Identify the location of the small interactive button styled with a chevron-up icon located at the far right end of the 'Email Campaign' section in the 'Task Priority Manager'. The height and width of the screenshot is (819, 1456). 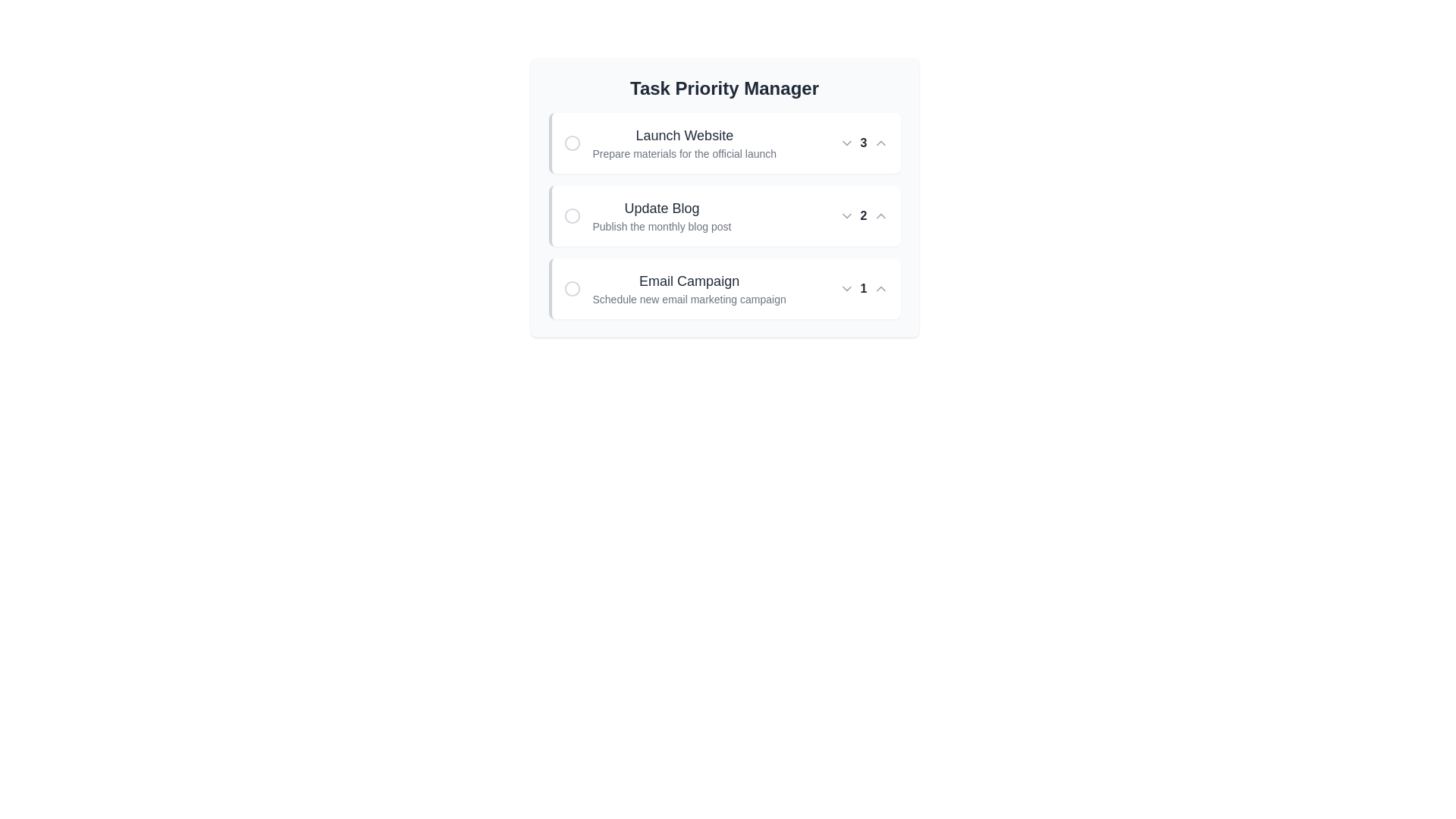
(880, 289).